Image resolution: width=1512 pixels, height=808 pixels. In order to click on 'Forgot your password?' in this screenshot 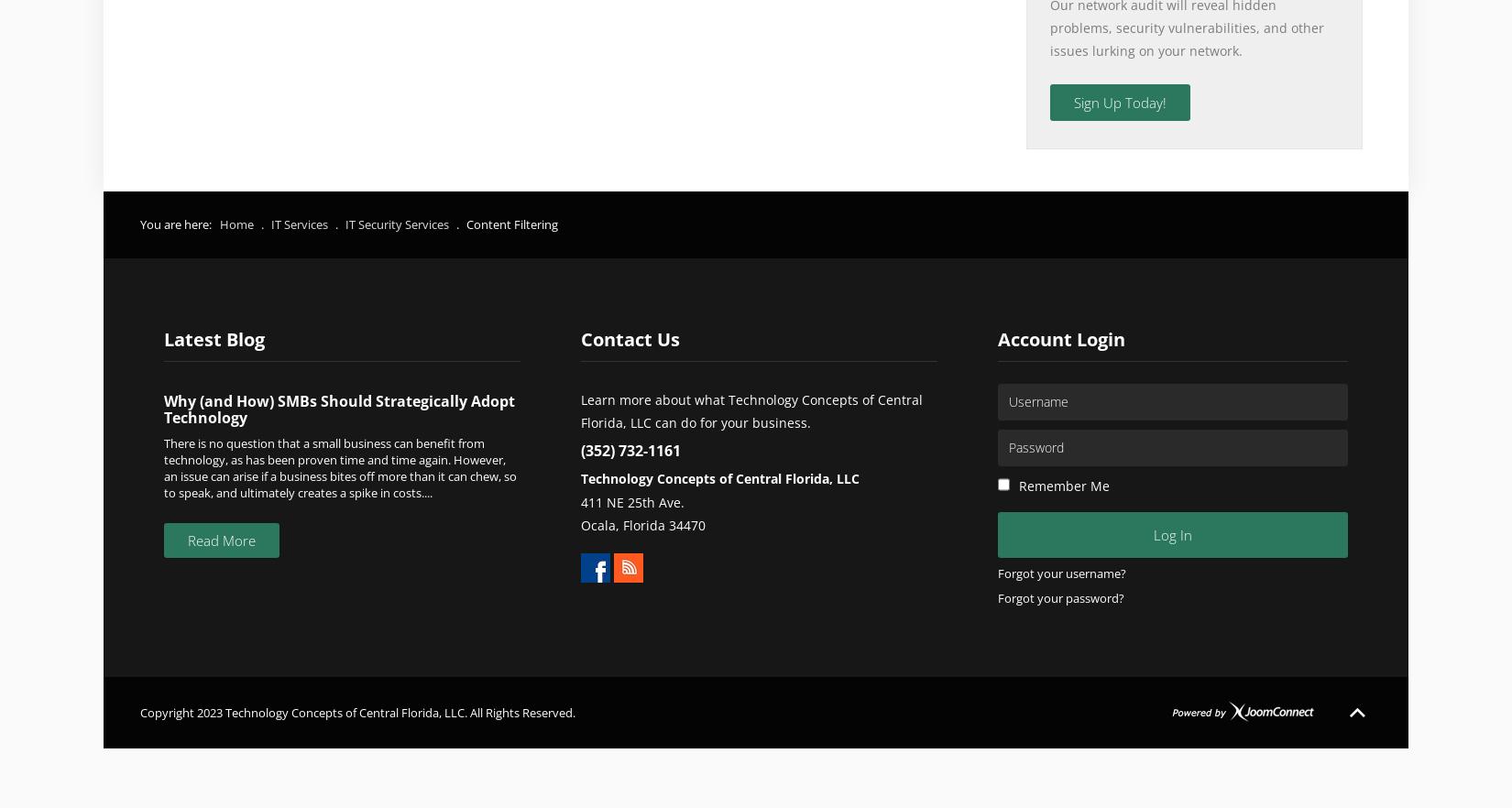, I will do `click(1059, 598)`.